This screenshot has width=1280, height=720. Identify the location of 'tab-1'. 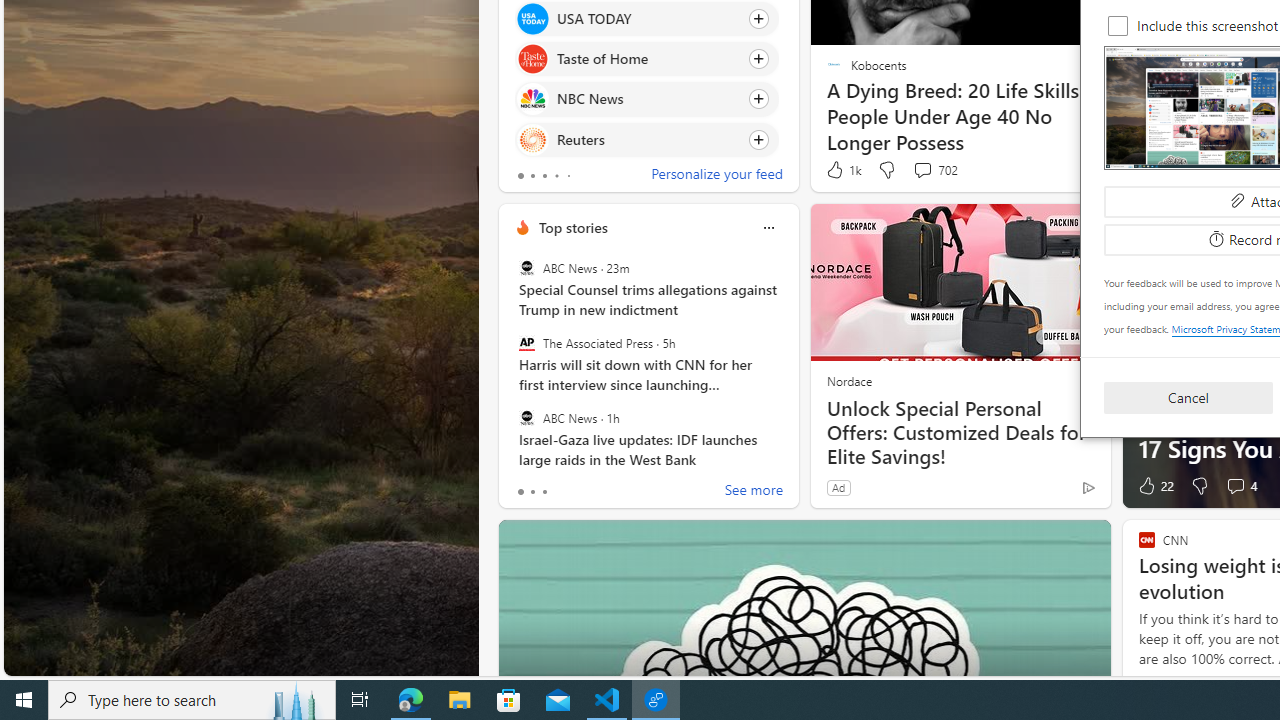
(532, 492).